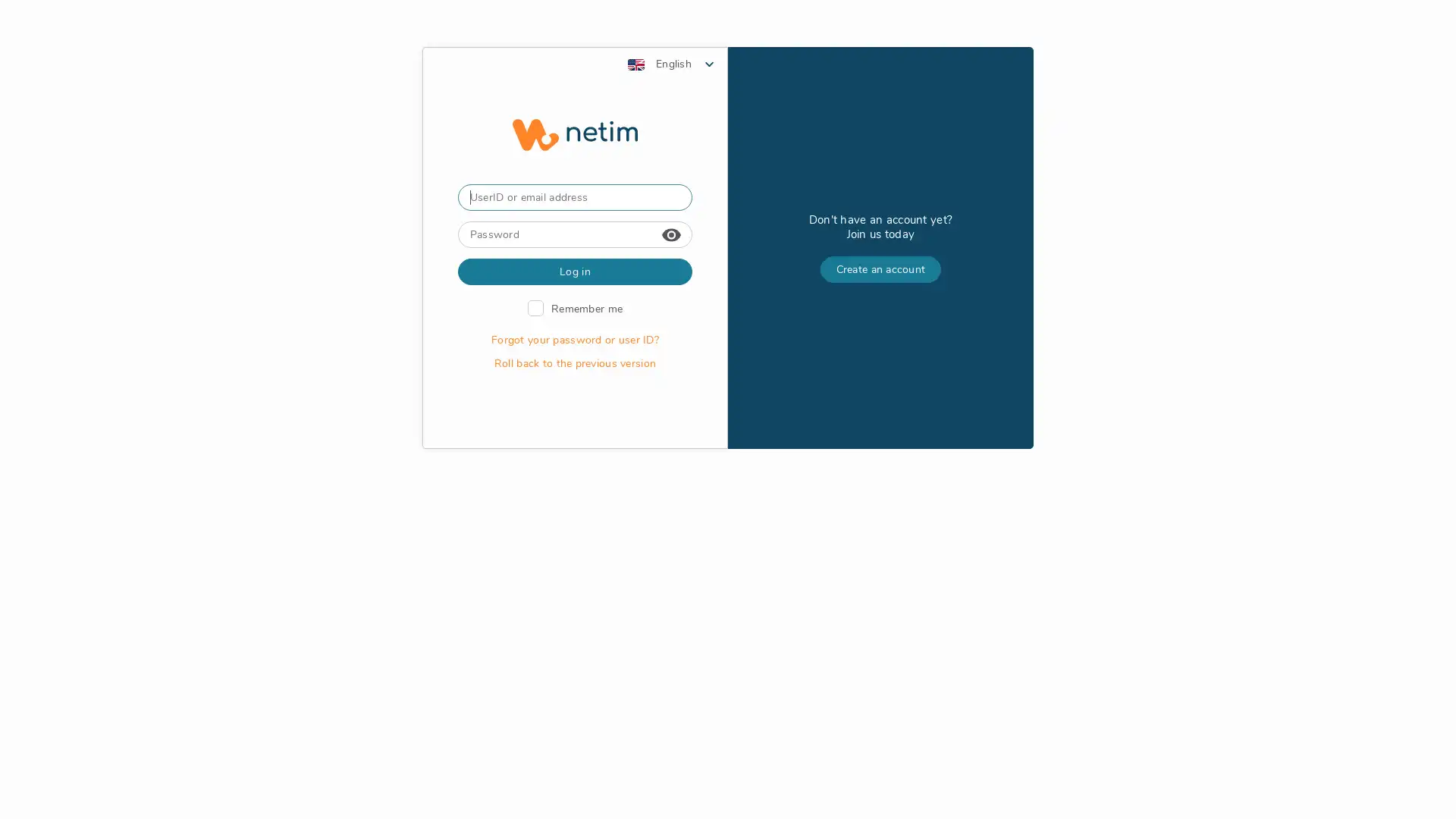  What do you see at coordinates (574, 433) in the screenshot?
I see `Log in` at bounding box center [574, 433].